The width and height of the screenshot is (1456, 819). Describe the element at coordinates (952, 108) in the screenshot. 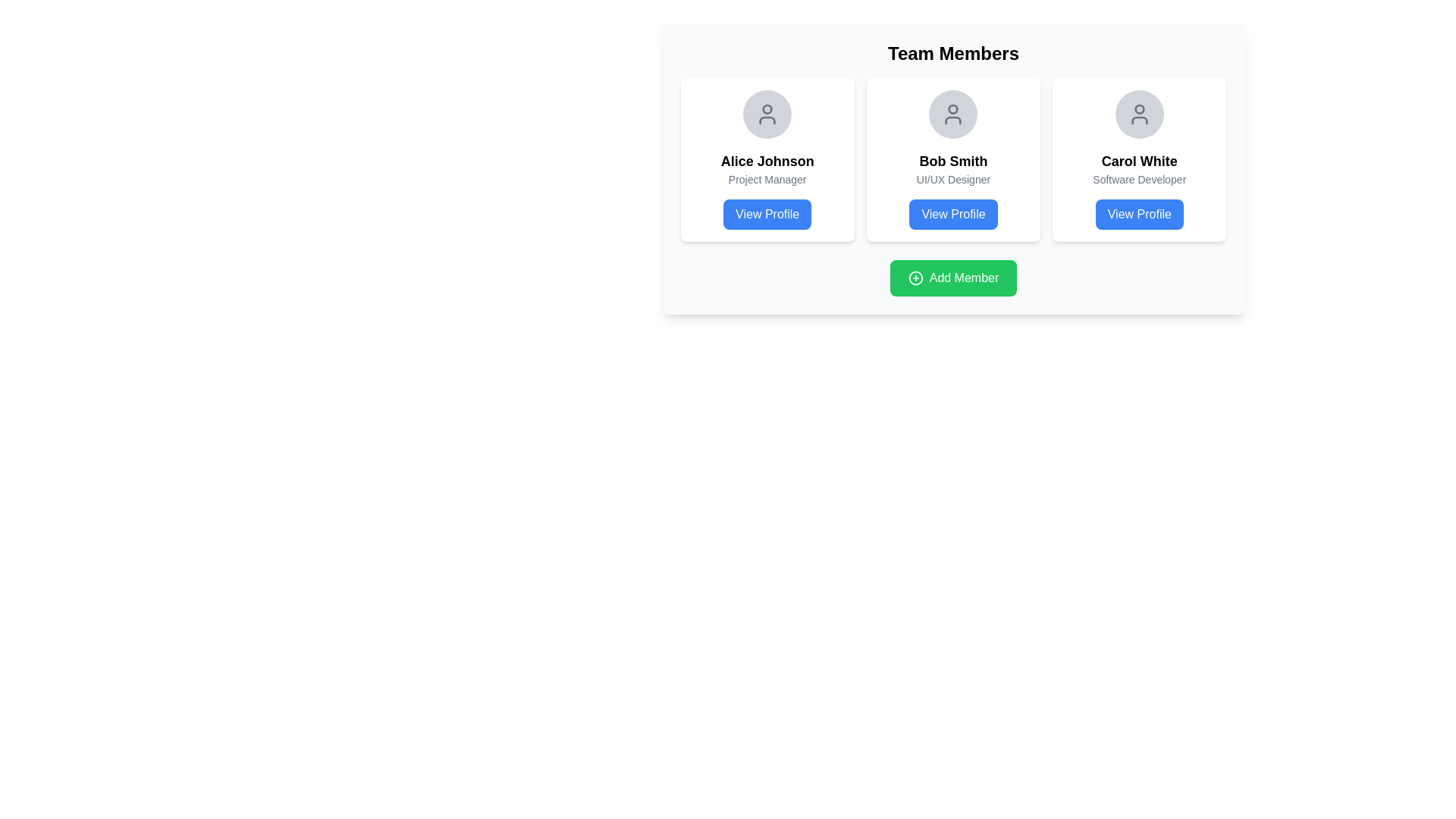

I see `the small circular SVG element indicating the active state or notification for user 'Bob Smith', which is centered within the larger profile image` at that location.